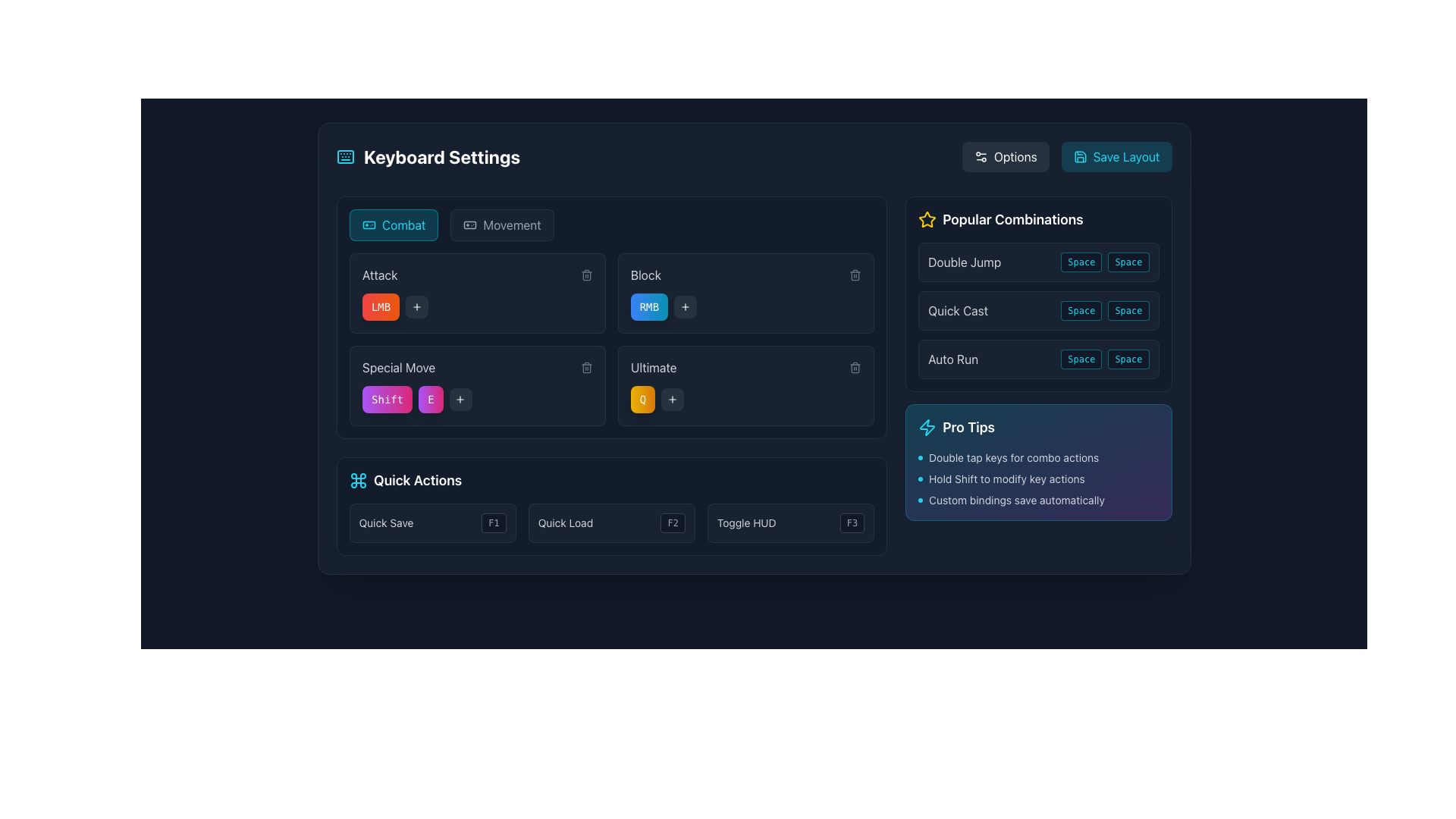  Describe the element at coordinates (1081, 262) in the screenshot. I see `the first 'Space' button-like label used for user customization in the keyboard settings located under 'Popular Combinations' in the 'Double Jump' row` at that location.